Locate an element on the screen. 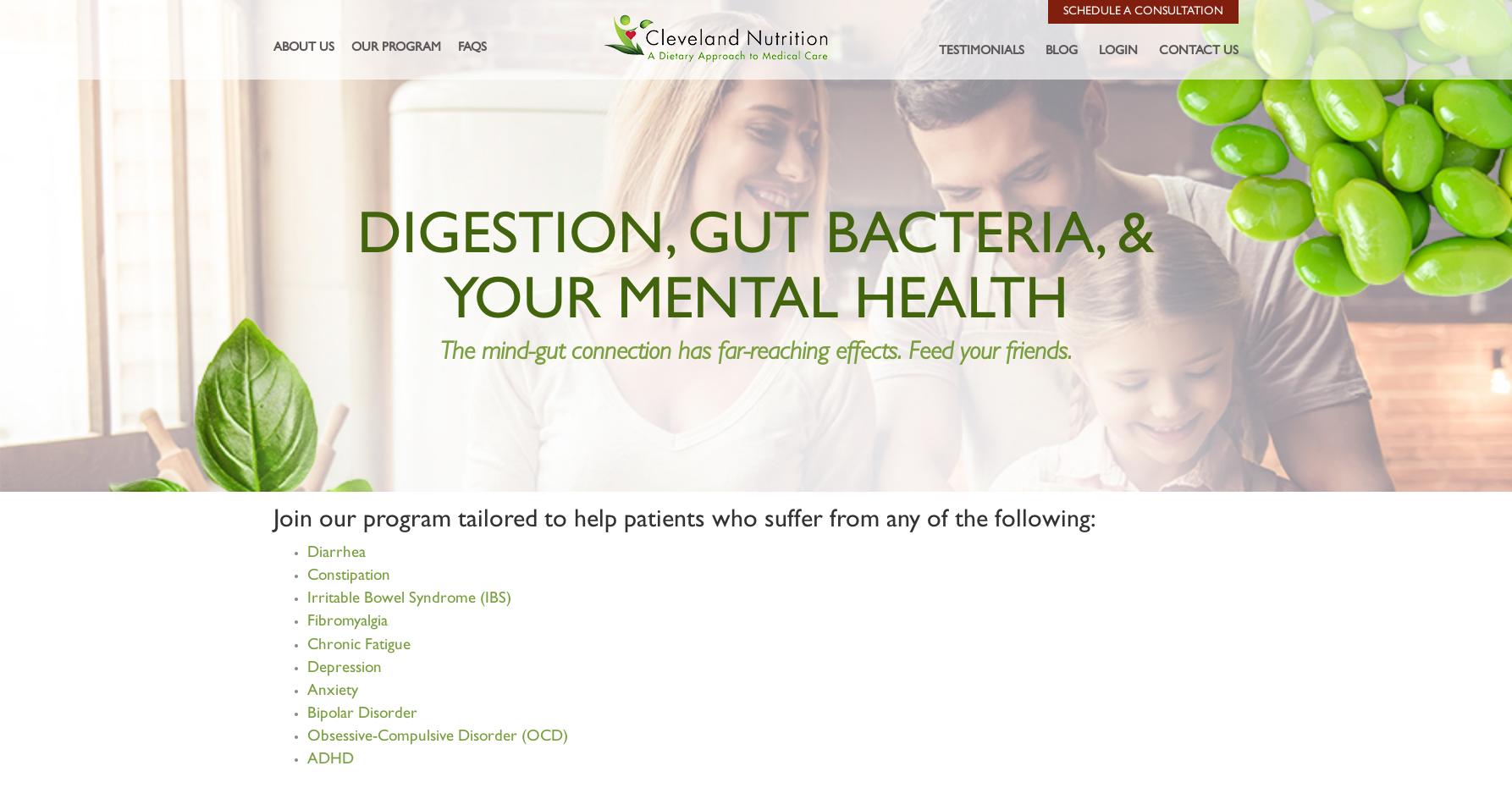  'Schedule a Consultation' is located at coordinates (1062, 10).